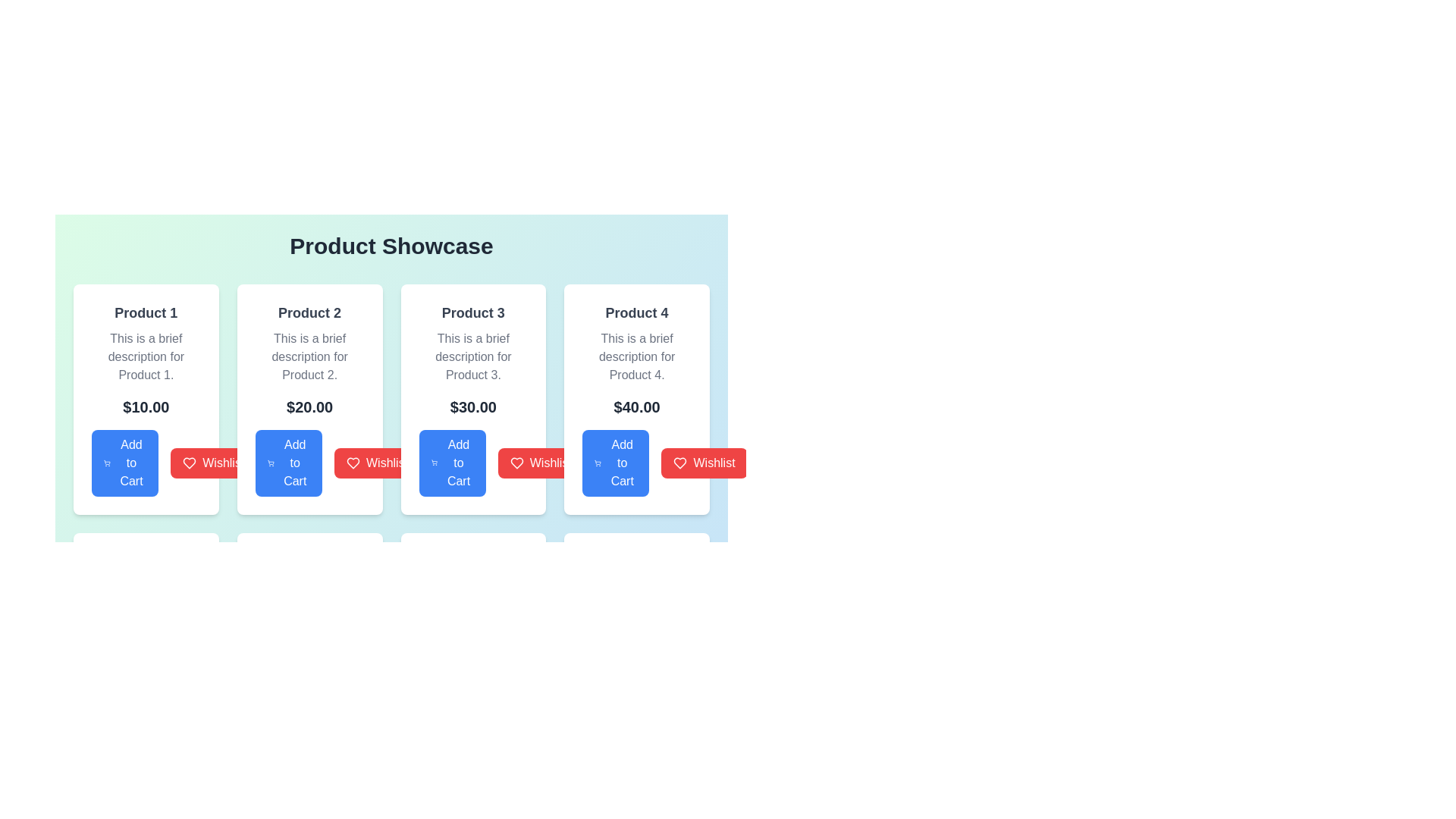 The image size is (1456, 819). I want to click on the 'Add to Cart' button located below the listing for 'Product 3', which is the first button in its horizontal arrangement within the product grid, so click(451, 462).